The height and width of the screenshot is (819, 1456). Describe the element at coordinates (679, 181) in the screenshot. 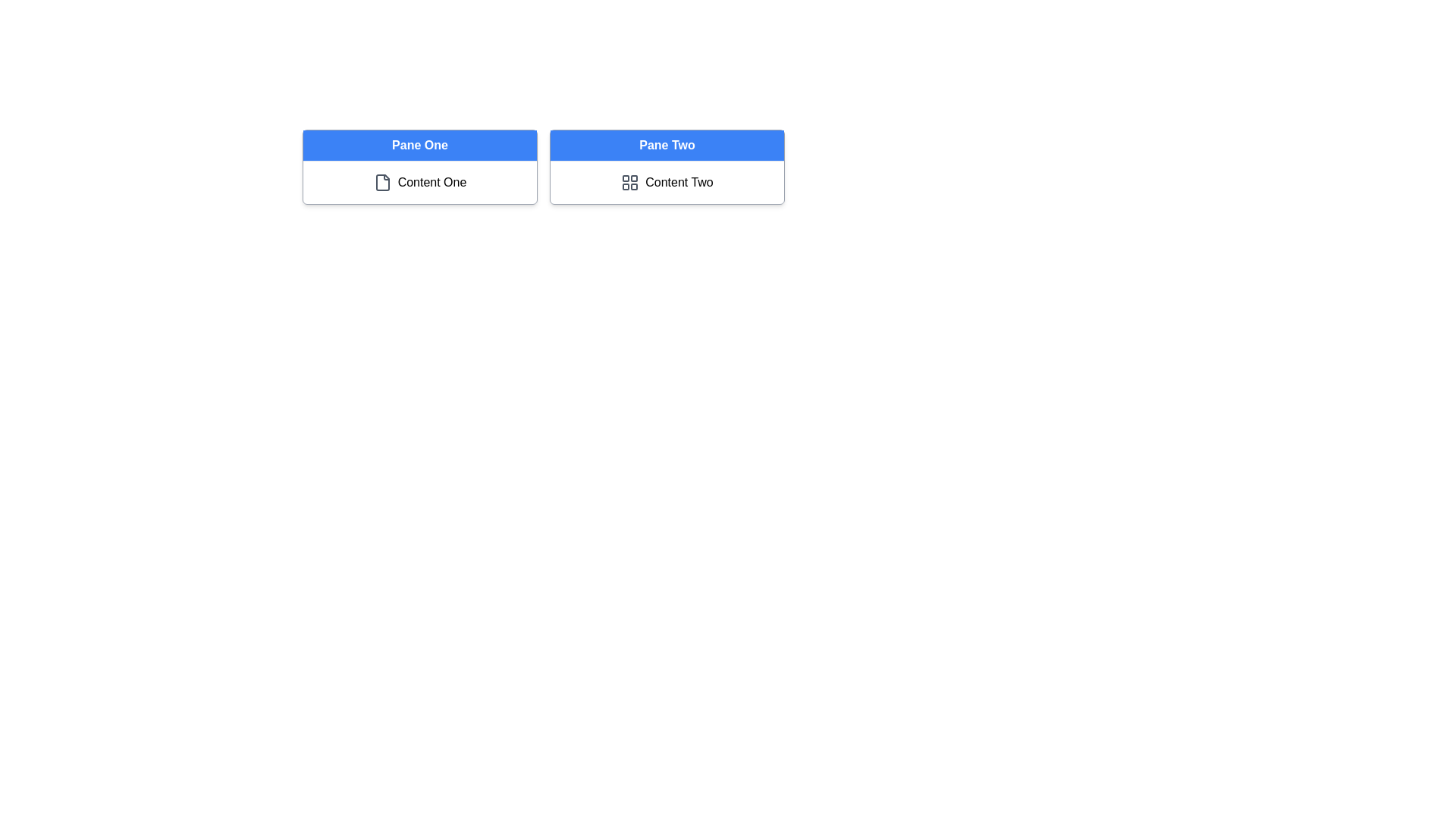

I see `text label that displays 'Content Two' styled in black, located within the right card labeled 'Pane Two', to the right of a grid icon` at that location.